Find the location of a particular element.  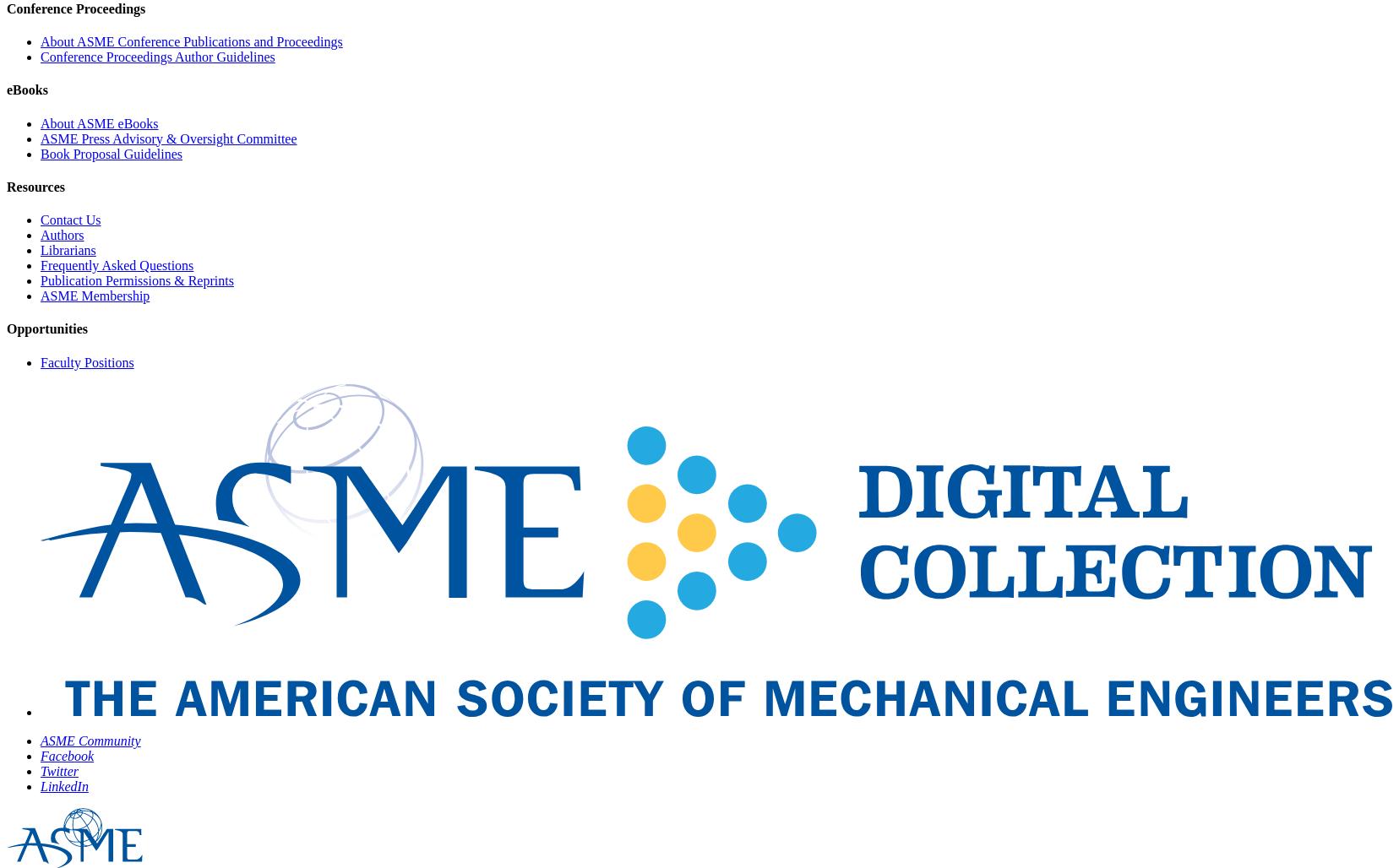

'Twitter' is located at coordinates (58, 771).